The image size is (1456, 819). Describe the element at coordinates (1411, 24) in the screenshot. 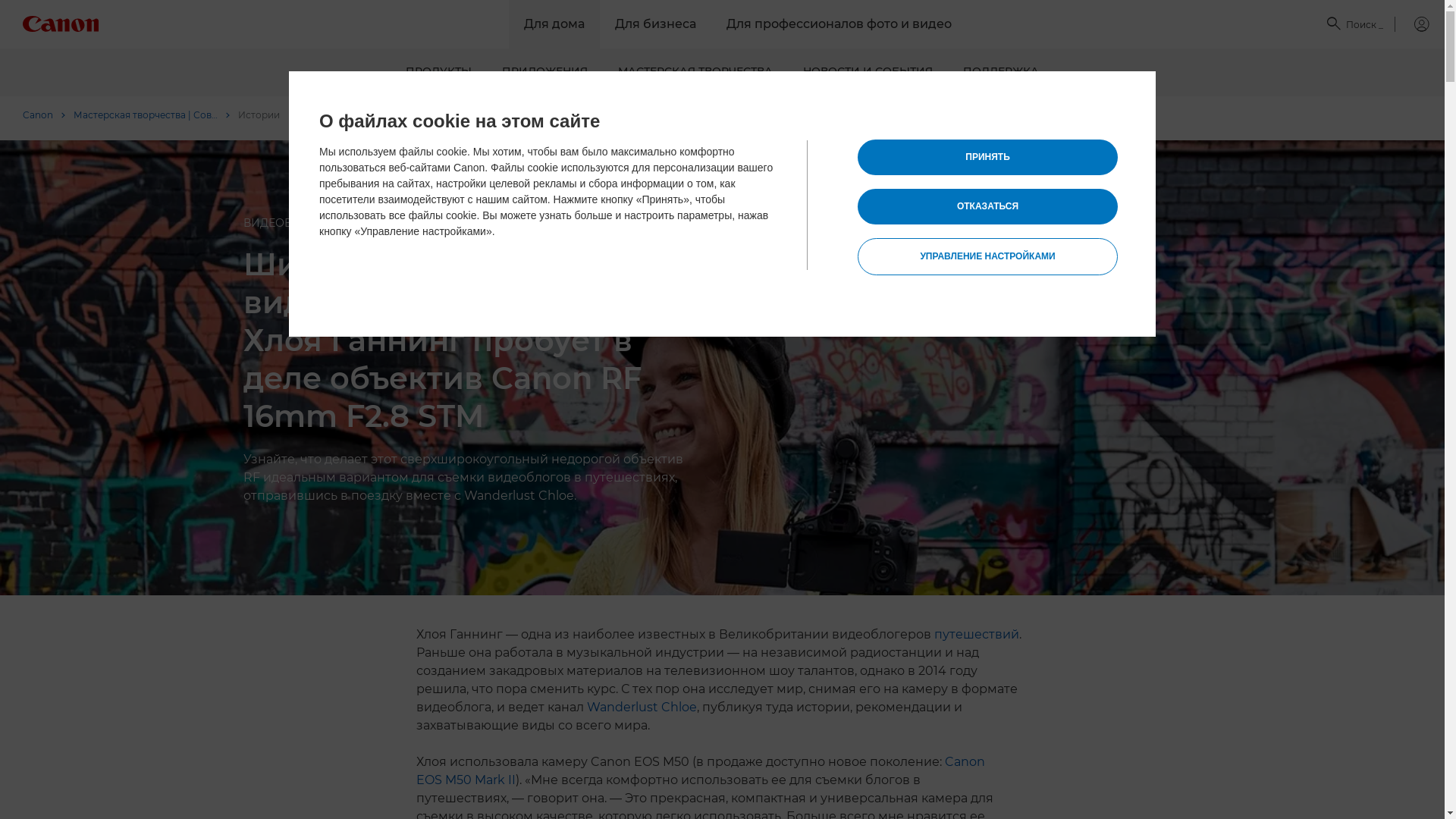

I see `'My Canon'` at that location.